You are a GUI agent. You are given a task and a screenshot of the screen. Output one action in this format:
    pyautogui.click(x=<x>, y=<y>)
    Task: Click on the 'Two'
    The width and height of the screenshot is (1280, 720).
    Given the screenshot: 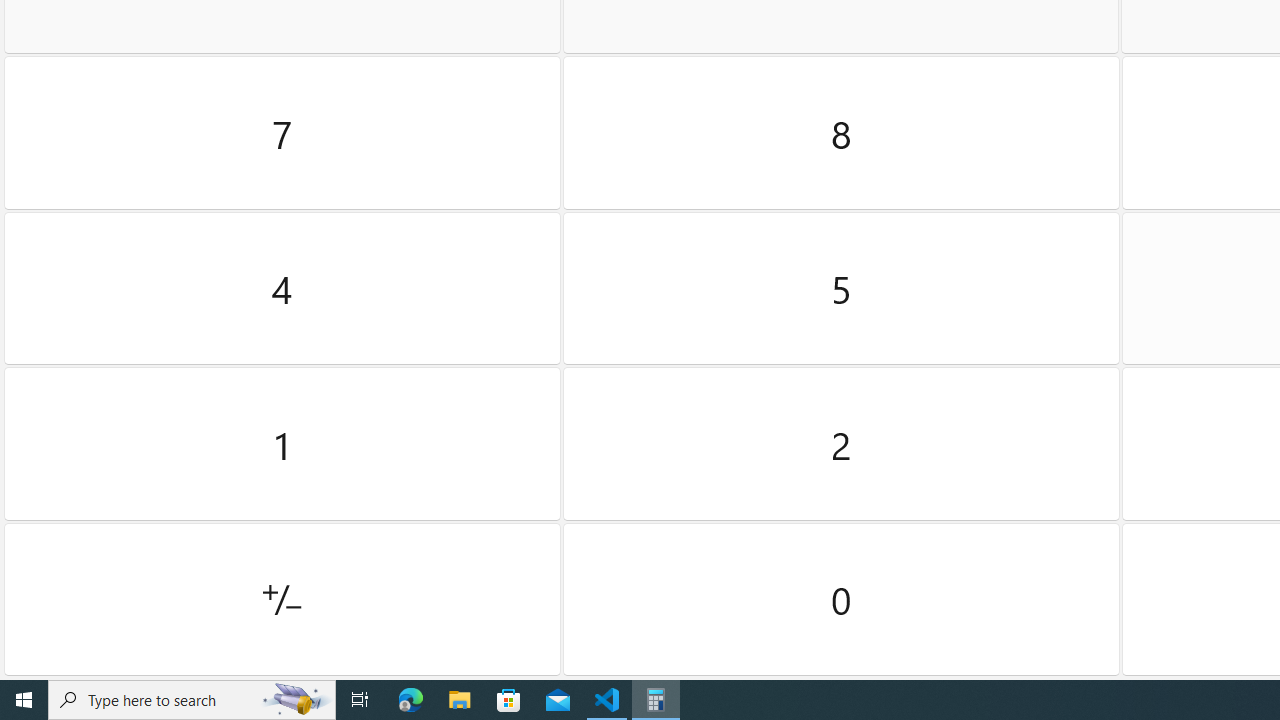 What is the action you would take?
    pyautogui.click(x=841, y=443)
    